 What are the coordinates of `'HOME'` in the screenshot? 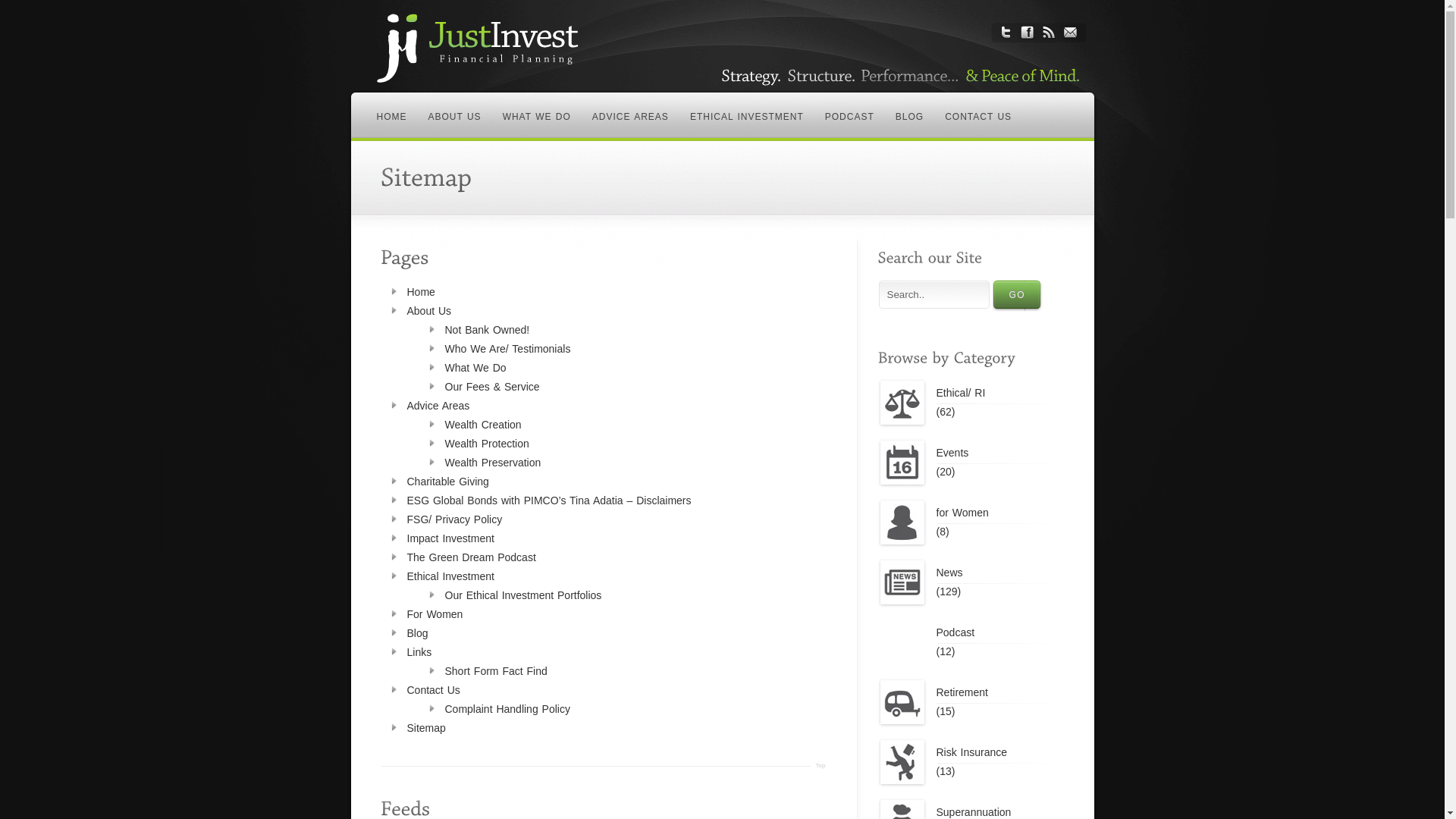 It's located at (365, 116).